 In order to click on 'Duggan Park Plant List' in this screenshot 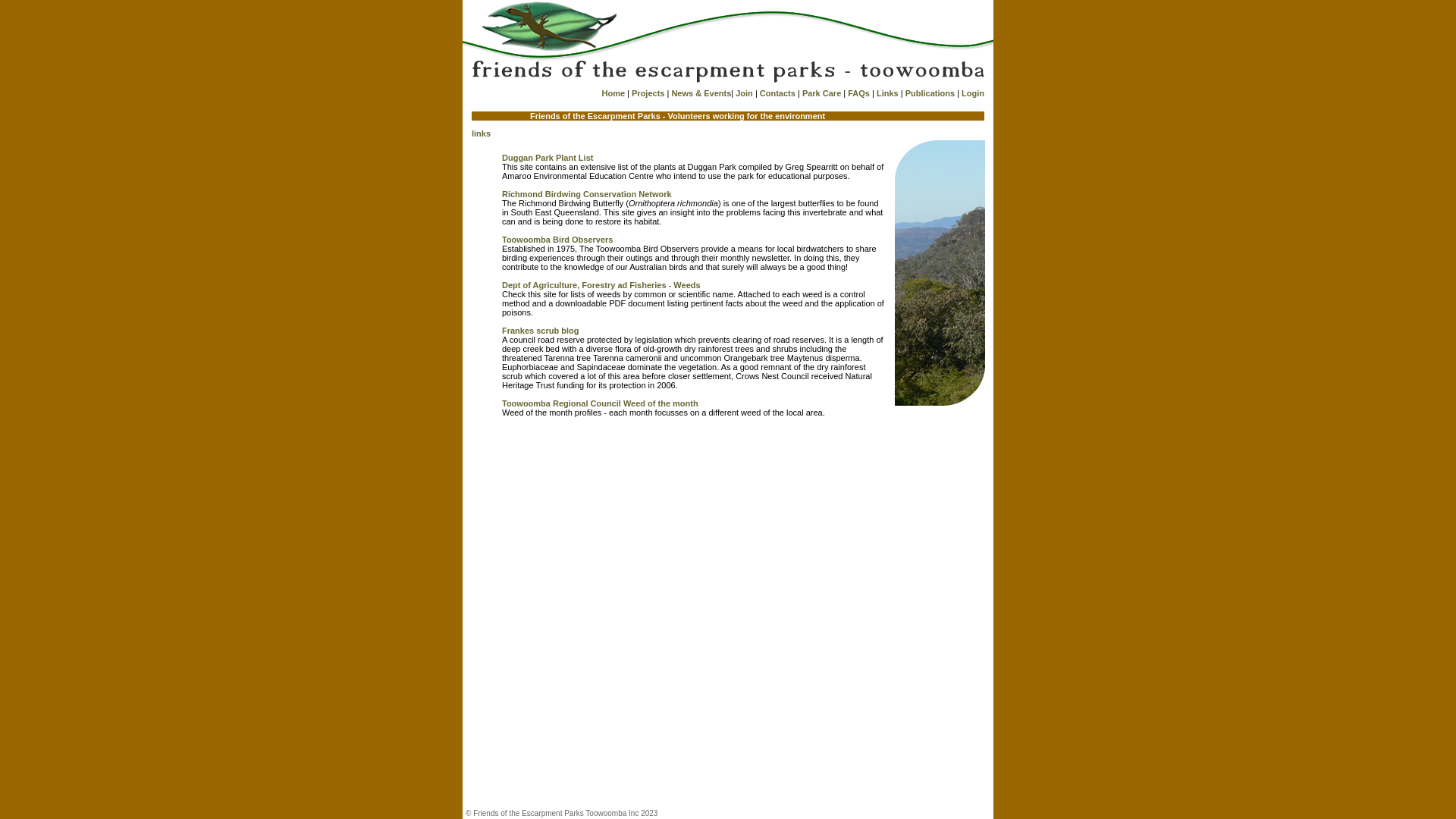, I will do `click(546, 158)`.